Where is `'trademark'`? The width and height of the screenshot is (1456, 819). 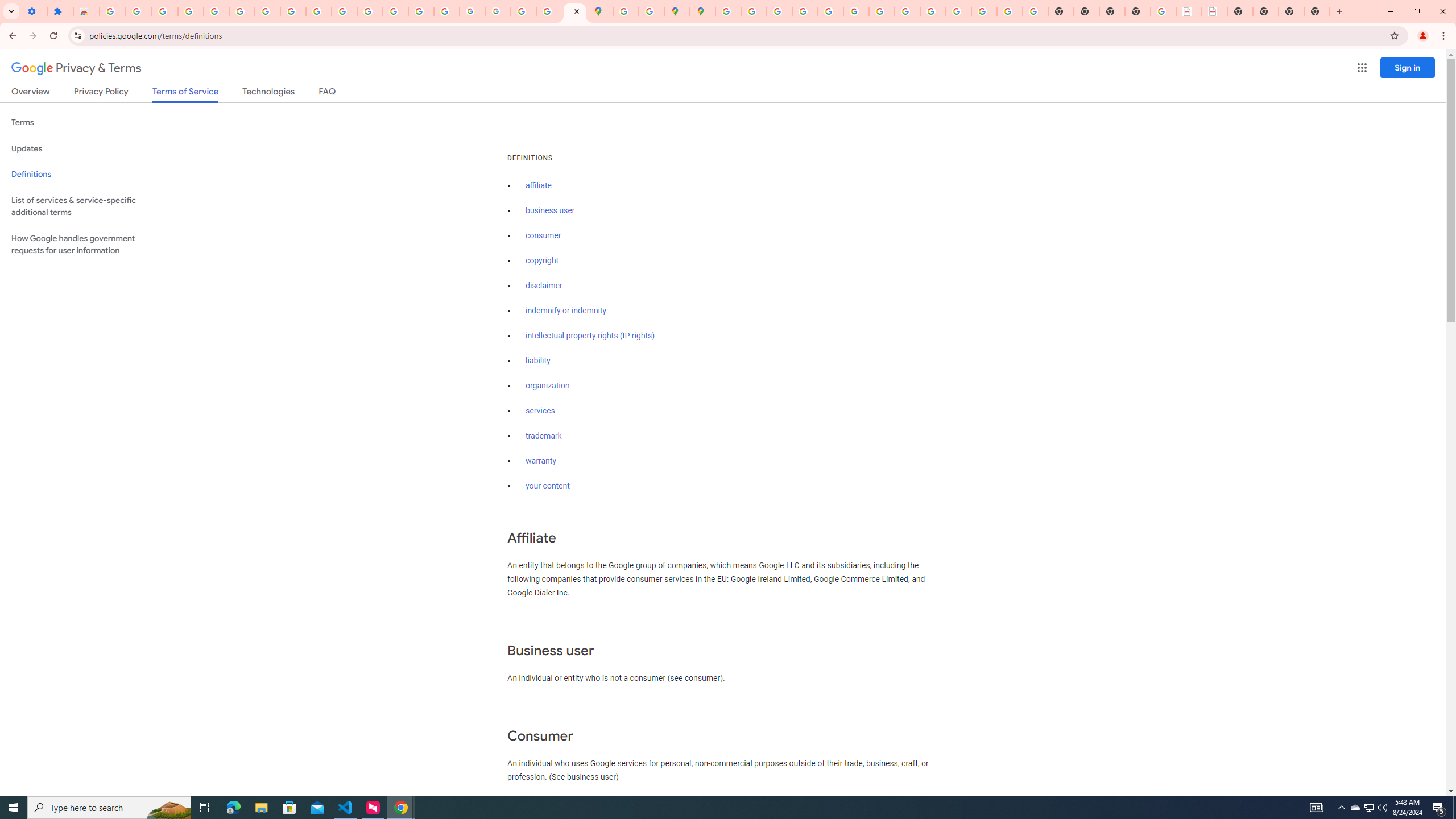 'trademark' is located at coordinates (543, 435).